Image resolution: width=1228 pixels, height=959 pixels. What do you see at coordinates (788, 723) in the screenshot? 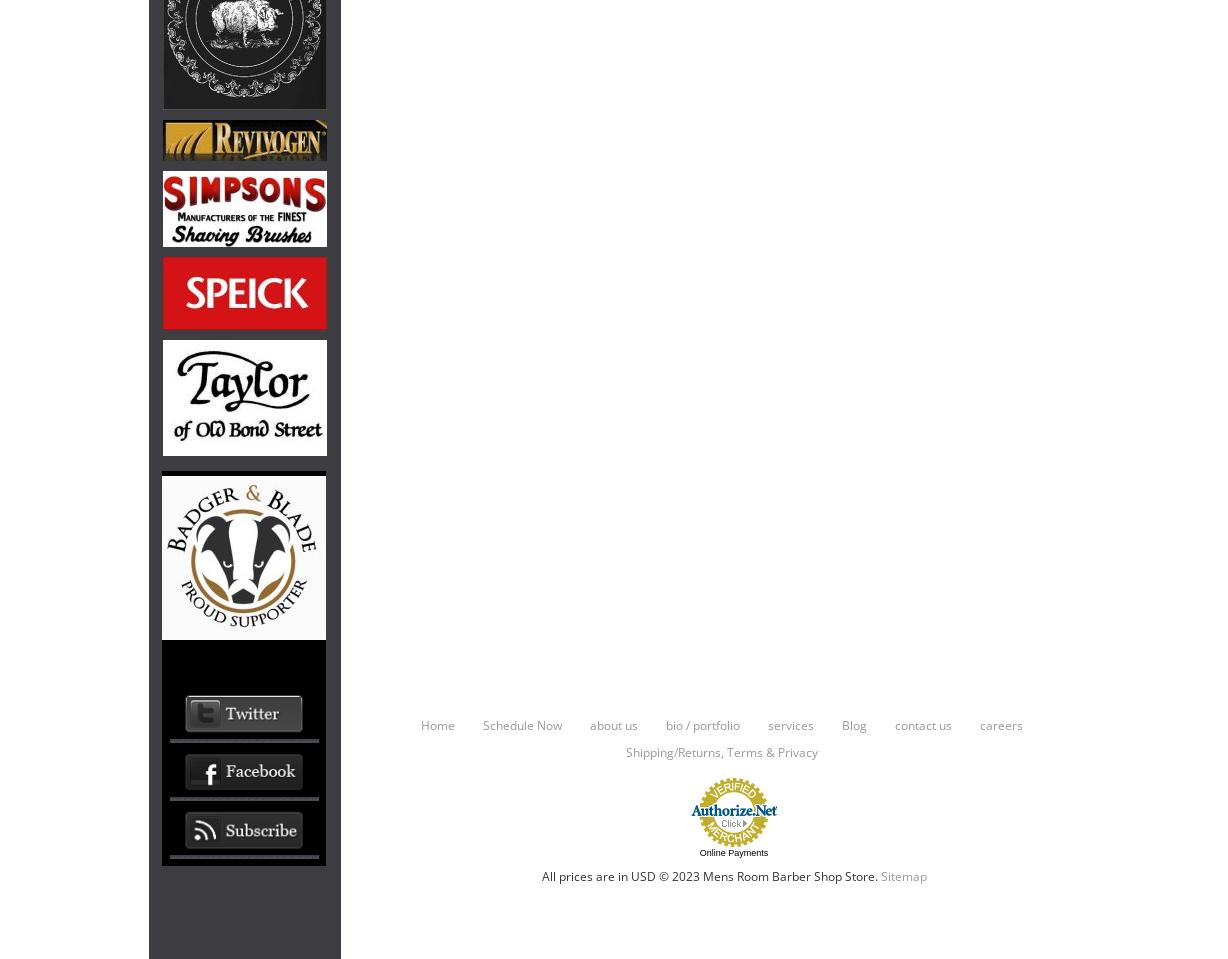
I see `'services'` at bounding box center [788, 723].